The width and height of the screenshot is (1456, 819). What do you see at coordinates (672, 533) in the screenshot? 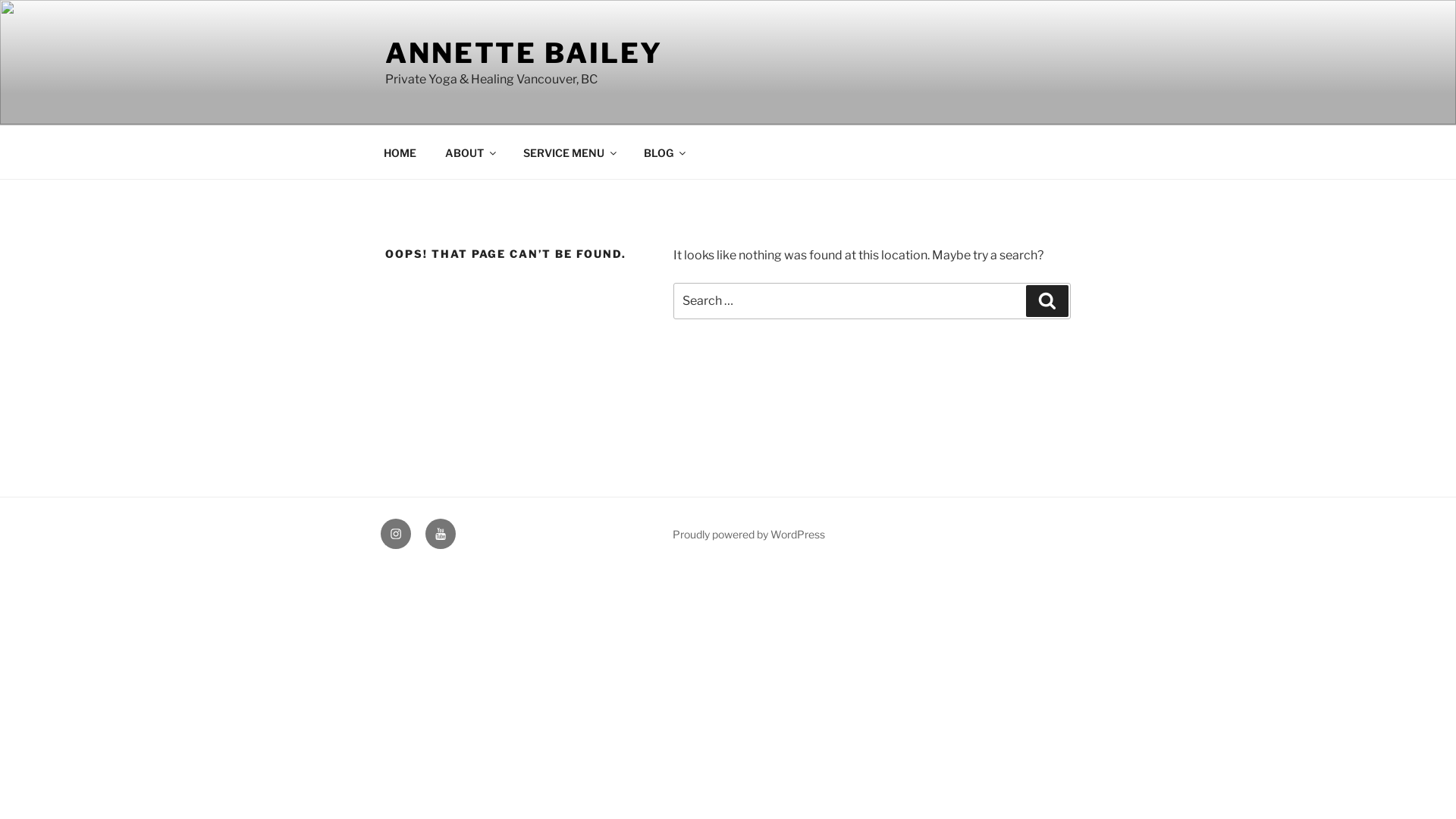
I see `'Proudly powered by WordPress'` at bounding box center [672, 533].